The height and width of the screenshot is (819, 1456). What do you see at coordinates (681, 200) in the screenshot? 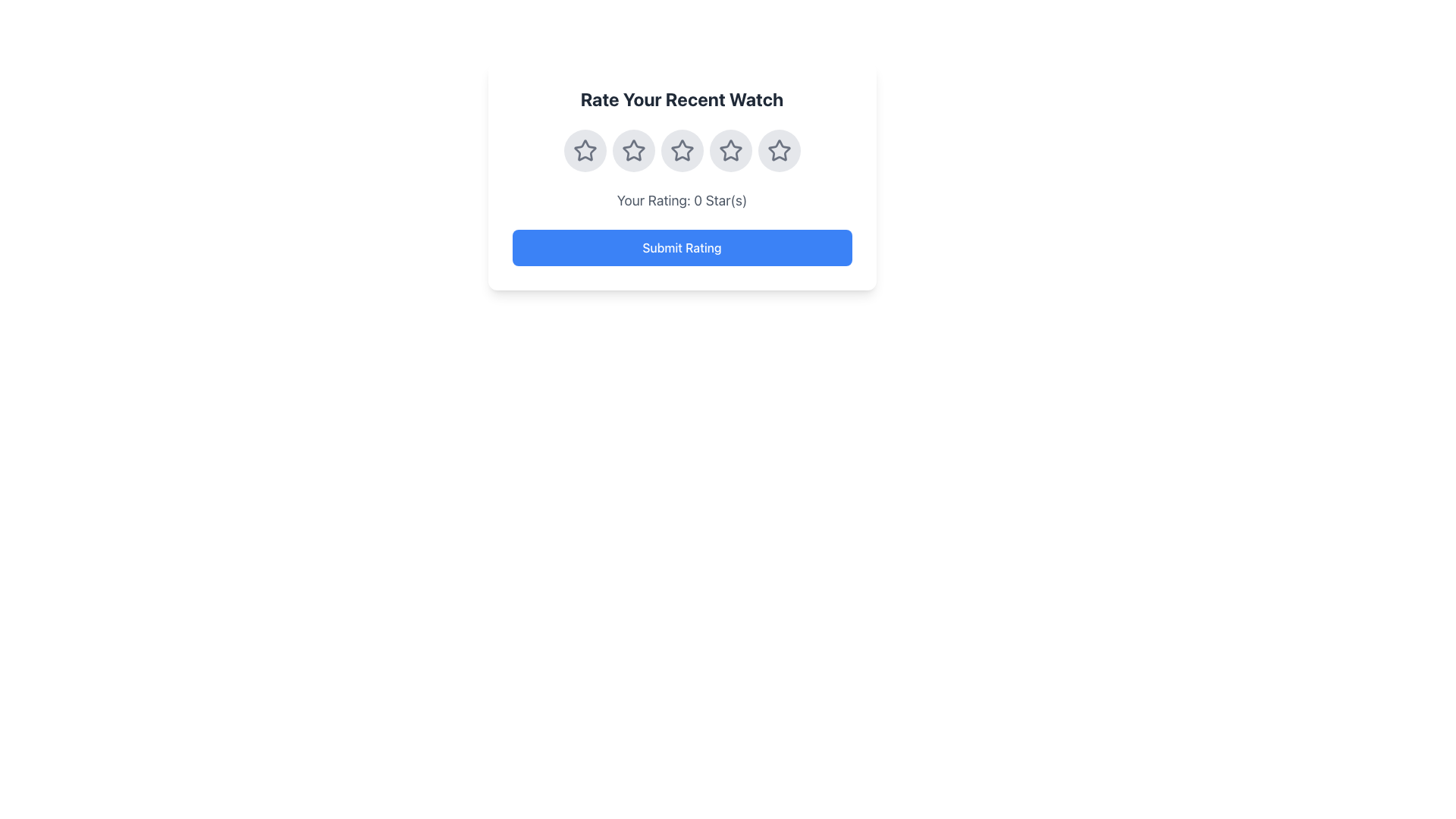
I see `the text label displaying 'Your Rating: 0 Star(s)', which is positioned below the star icons and above the 'Submit Rating' button` at bounding box center [681, 200].